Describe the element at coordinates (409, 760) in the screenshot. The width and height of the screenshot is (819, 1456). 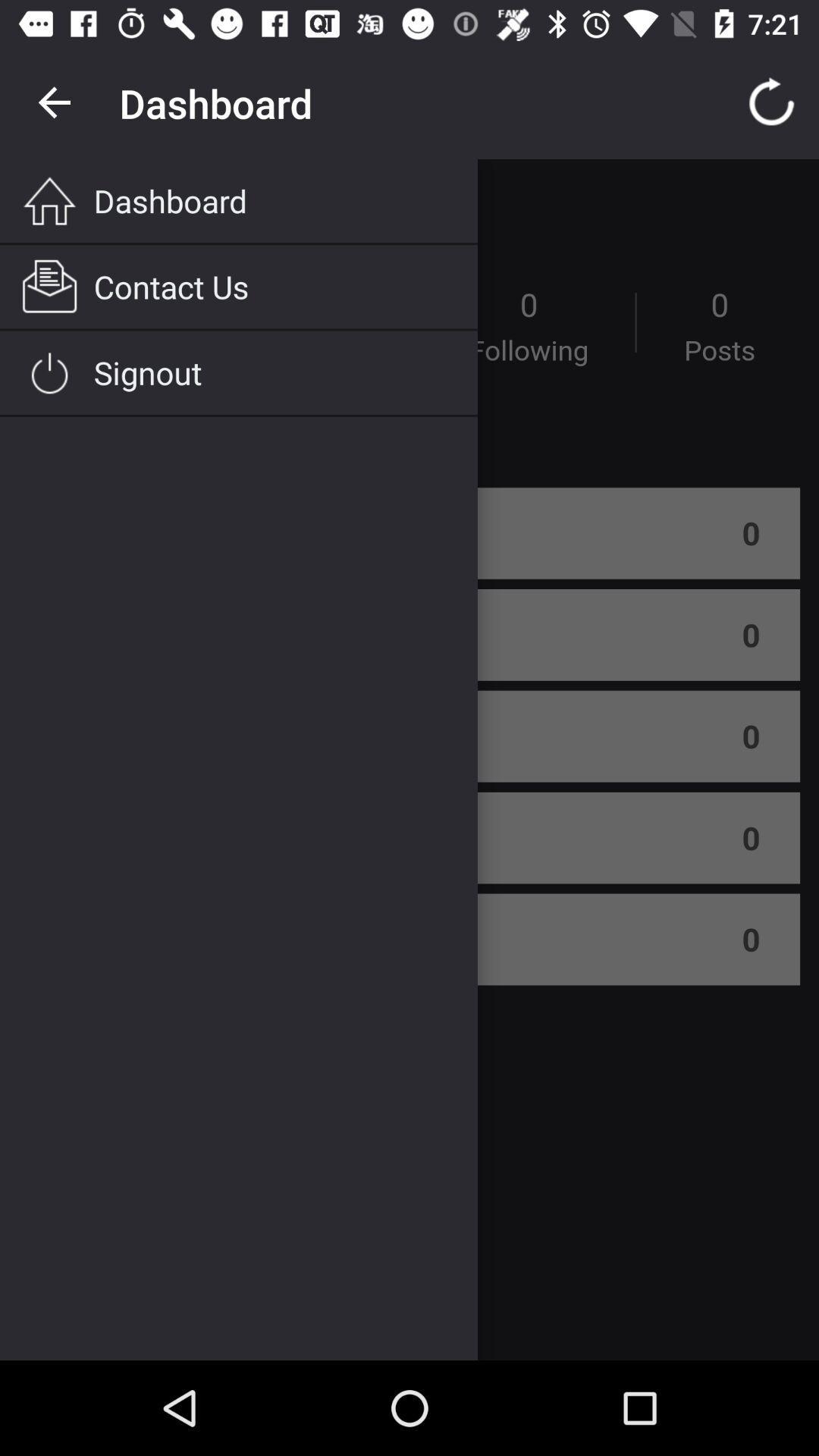
I see `selects the entire dashboard` at that location.